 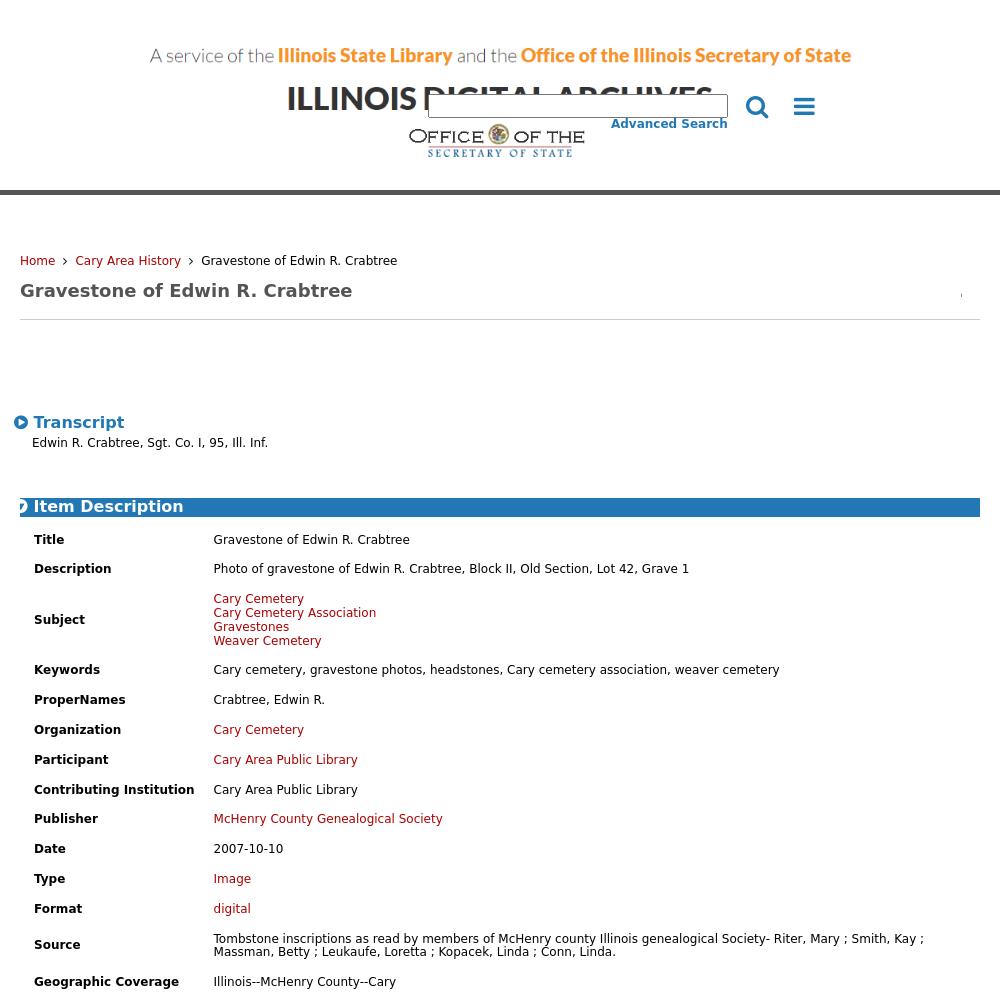 I want to click on 'Weaver Cemetery', so click(x=212, y=640).